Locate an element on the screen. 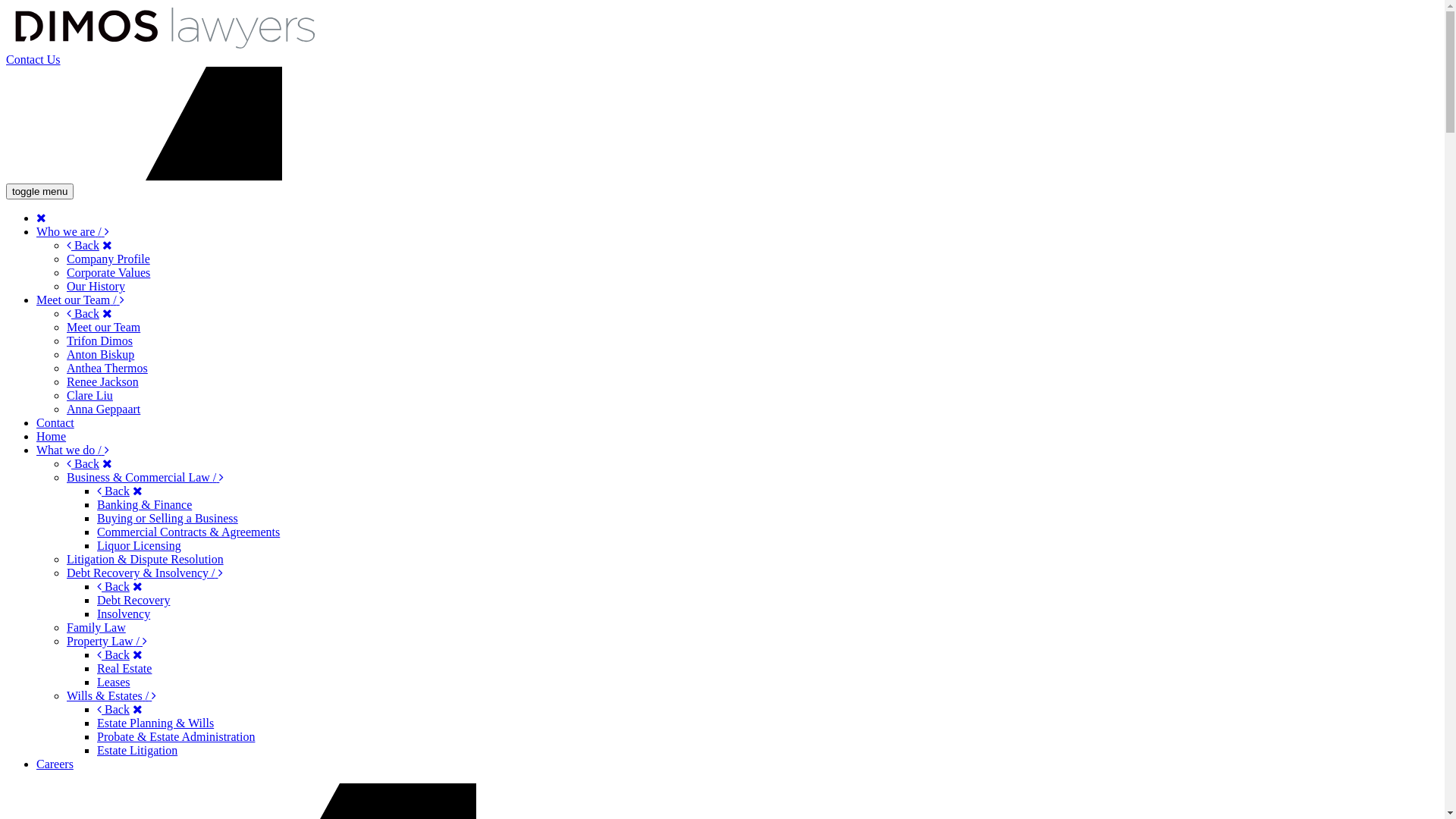 This screenshot has height=819, width=1456. 'Back' is located at coordinates (112, 654).